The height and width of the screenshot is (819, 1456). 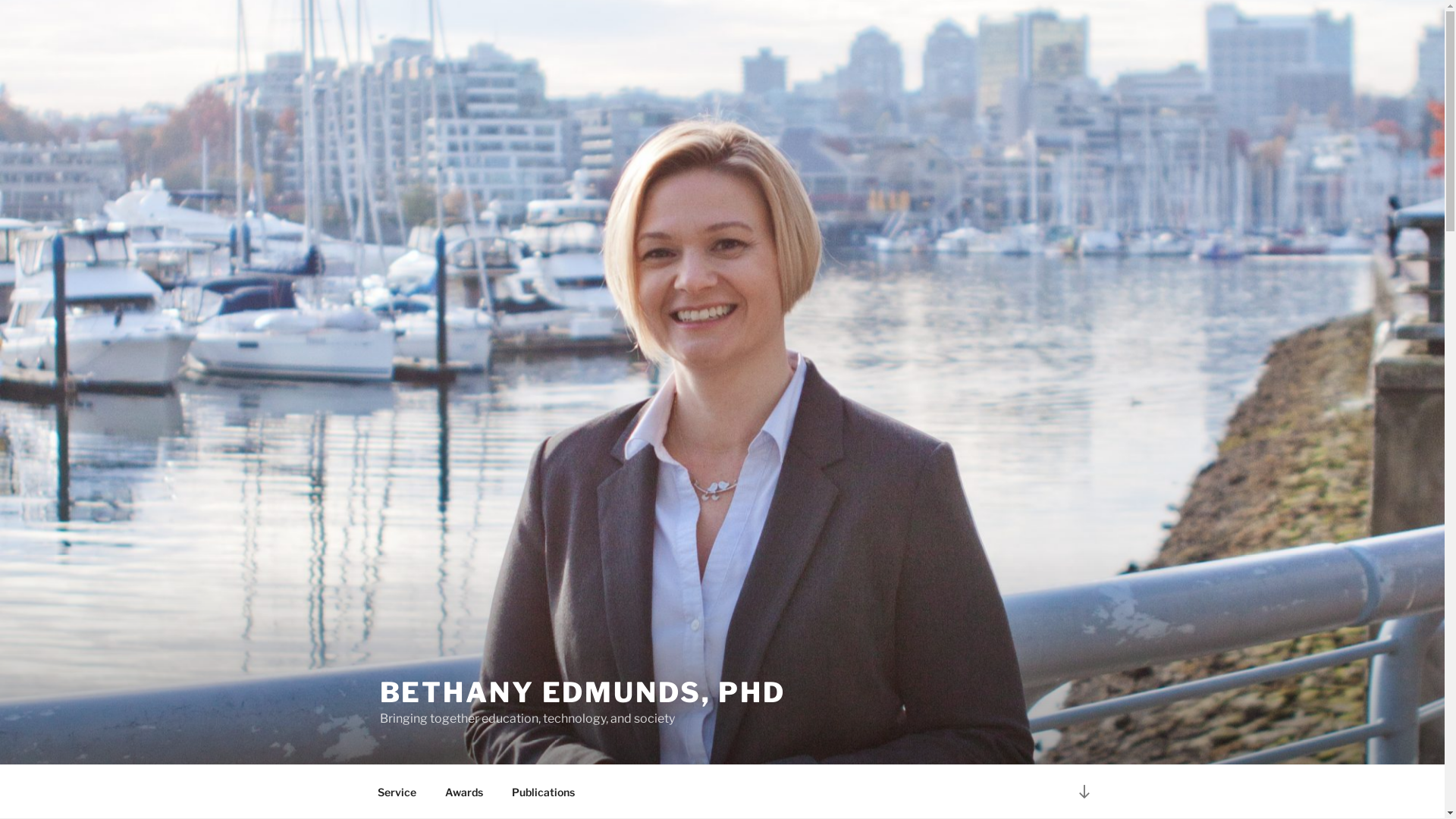 What do you see at coordinates (463, 791) in the screenshot?
I see `'Awards'` at bounding box center [463, 791].